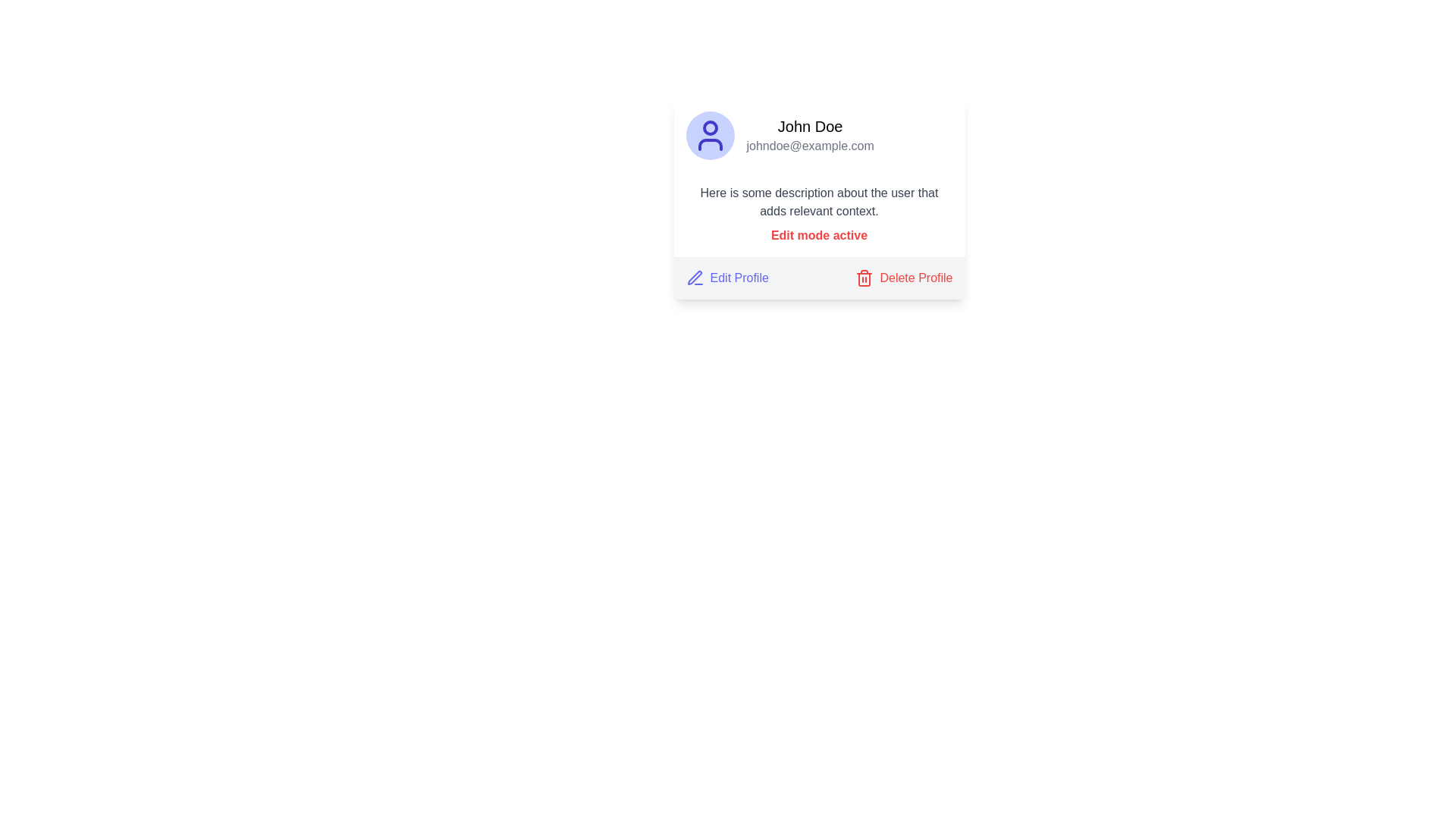  What do you see at coordinates (809, 125) in the screenshot?
I see `the Text Label that displays the user's full name, located at the top right section of the user card, aligned horizontally with the avatar icon` at bounding box center [809, 125].